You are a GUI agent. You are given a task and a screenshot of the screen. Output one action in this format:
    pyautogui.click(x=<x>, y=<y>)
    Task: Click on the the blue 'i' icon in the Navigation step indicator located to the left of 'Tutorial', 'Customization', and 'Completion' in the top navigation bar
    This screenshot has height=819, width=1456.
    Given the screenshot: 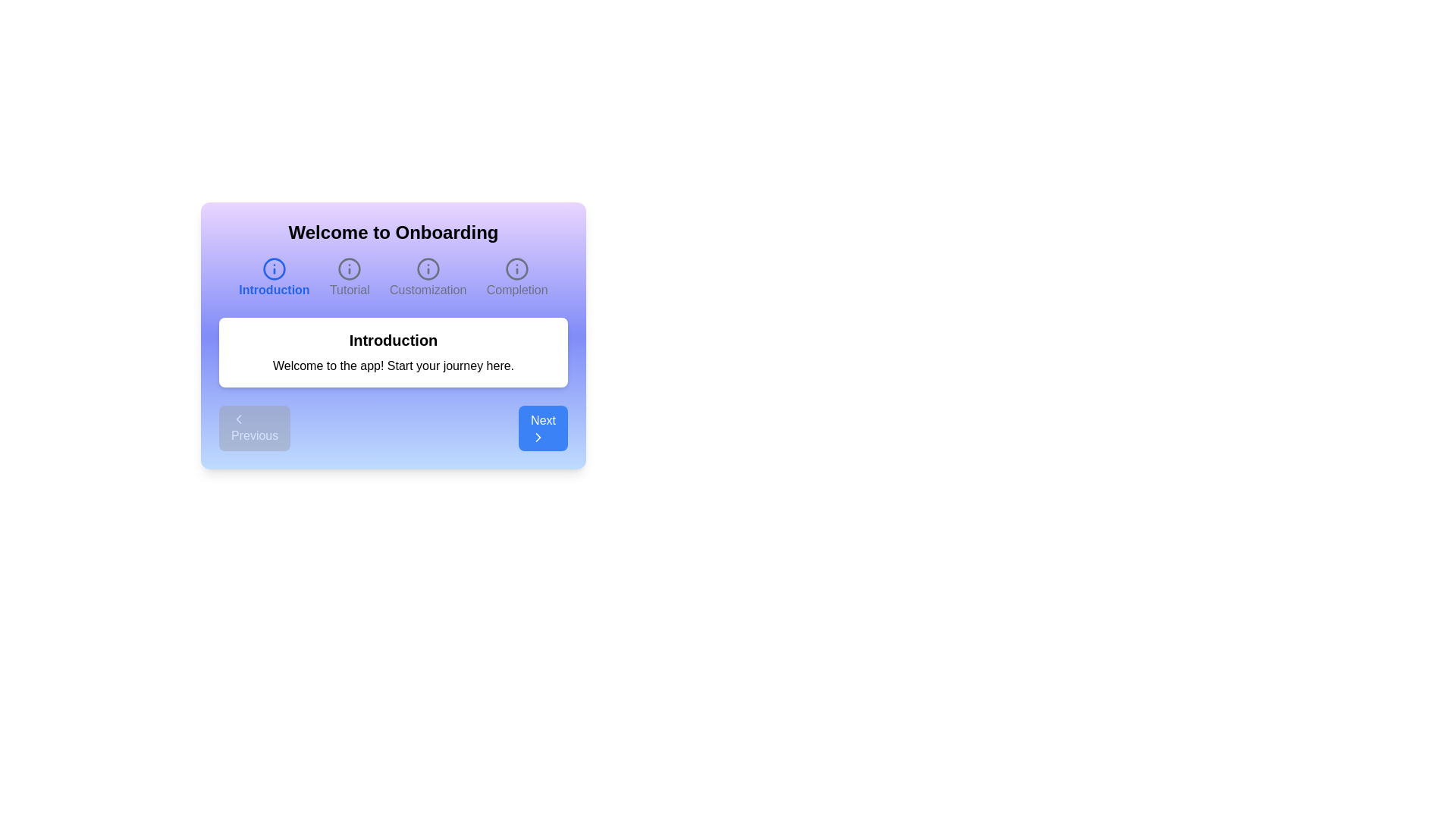 What is the action you would take?
    pyautogui.click(x=274, y=278)
    